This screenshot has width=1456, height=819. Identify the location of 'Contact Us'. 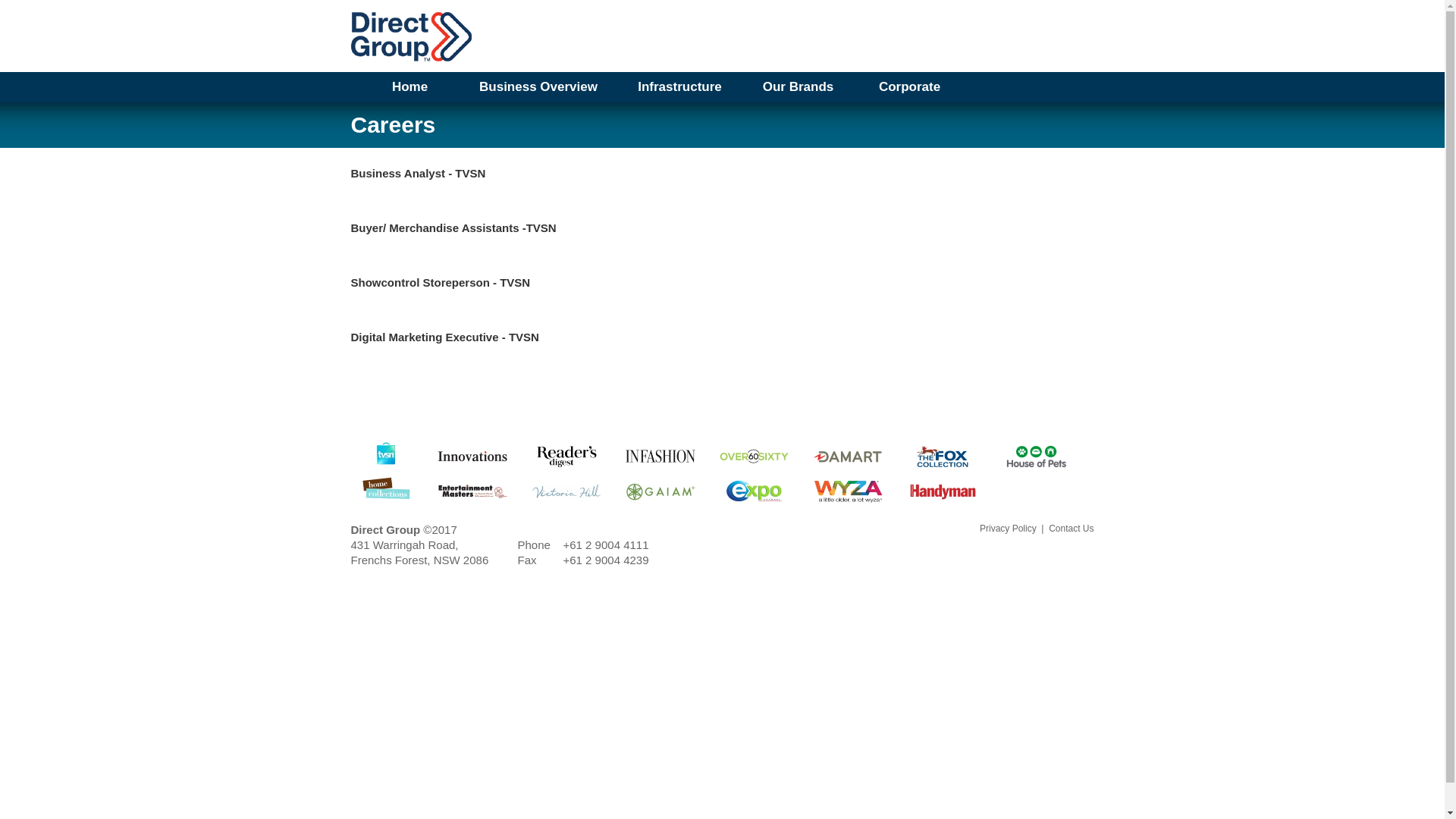
(1070, 528).